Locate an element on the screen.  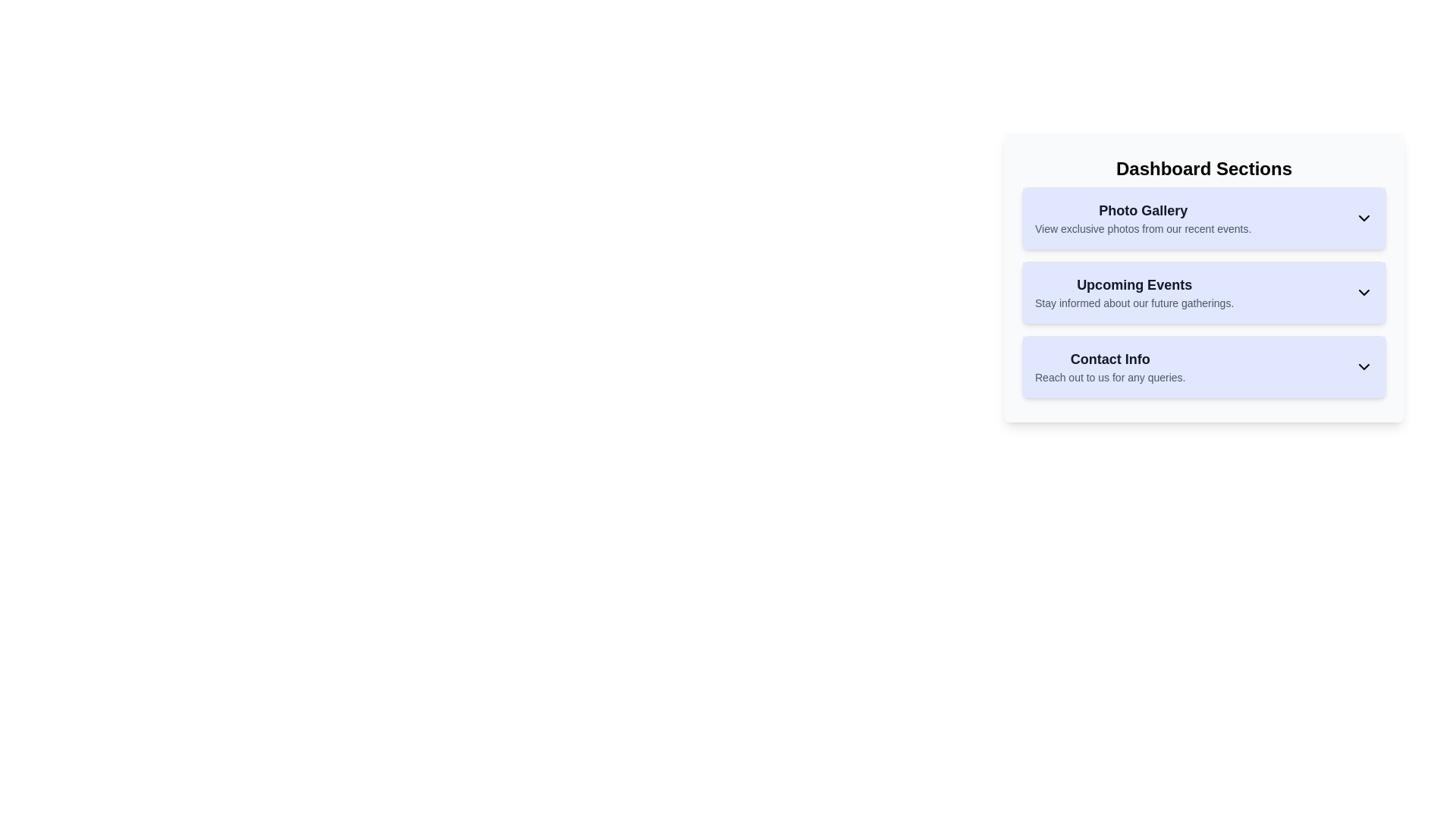
the static text label reading 'Contact Info', which is styled in bold dark-gray font against a light blue background, located at the top of the third section in the 'Dashboard Sections' panel is located at coordinates (1110, 359).